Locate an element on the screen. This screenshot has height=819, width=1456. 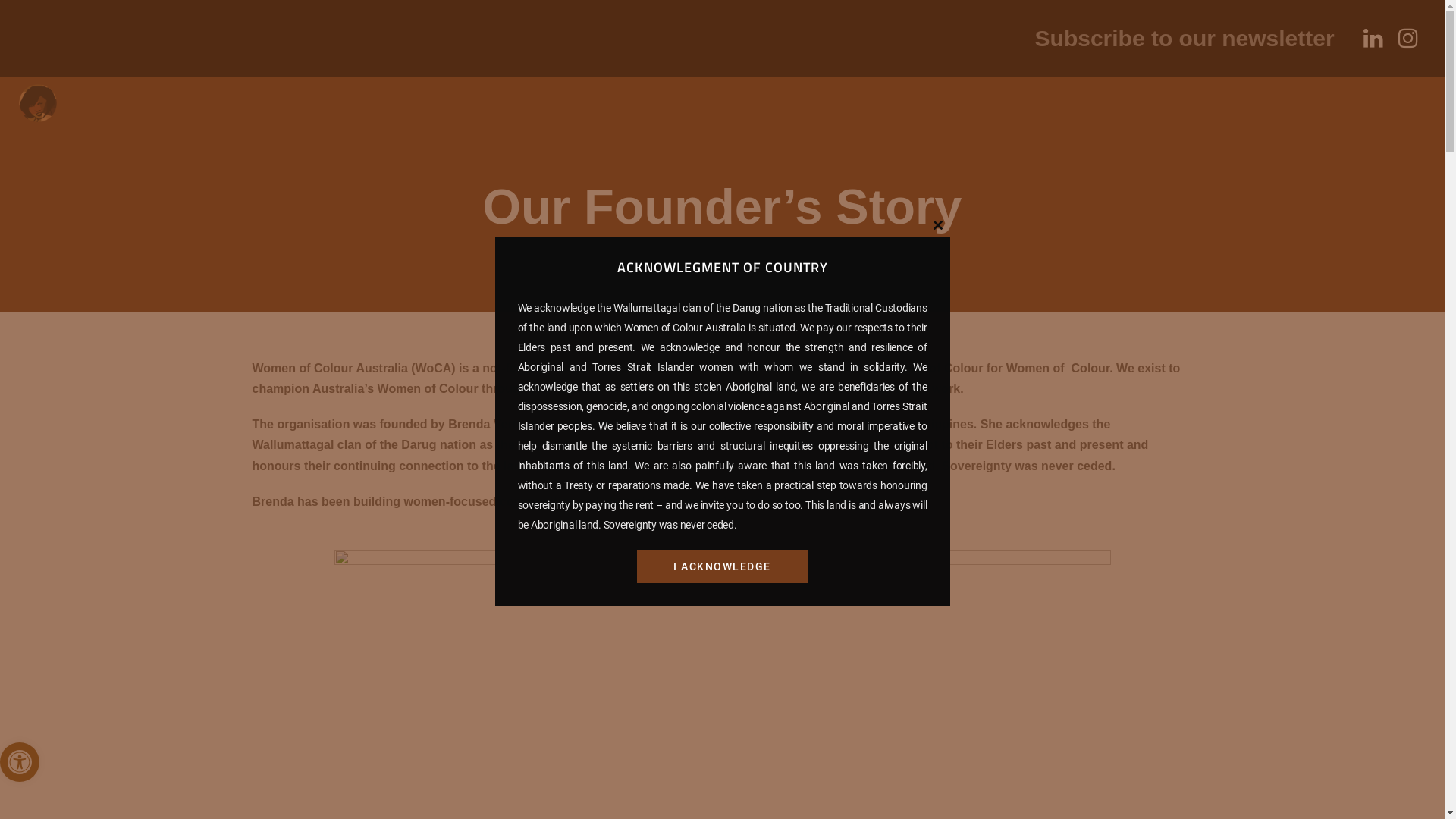
'instagram' is located at coordinates (1407, 37).